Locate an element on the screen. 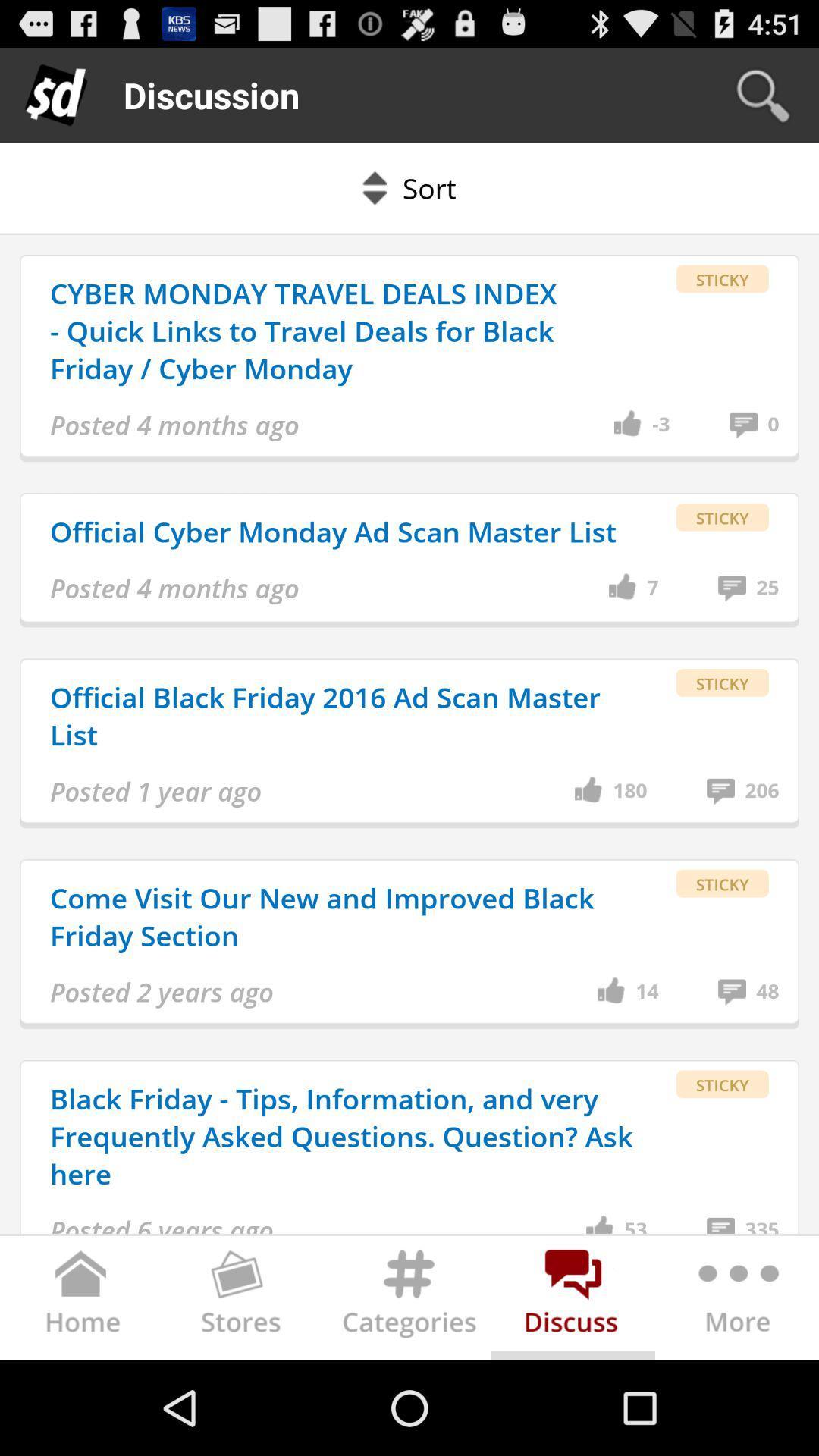  discuss is located at coordinates (573, 1301).